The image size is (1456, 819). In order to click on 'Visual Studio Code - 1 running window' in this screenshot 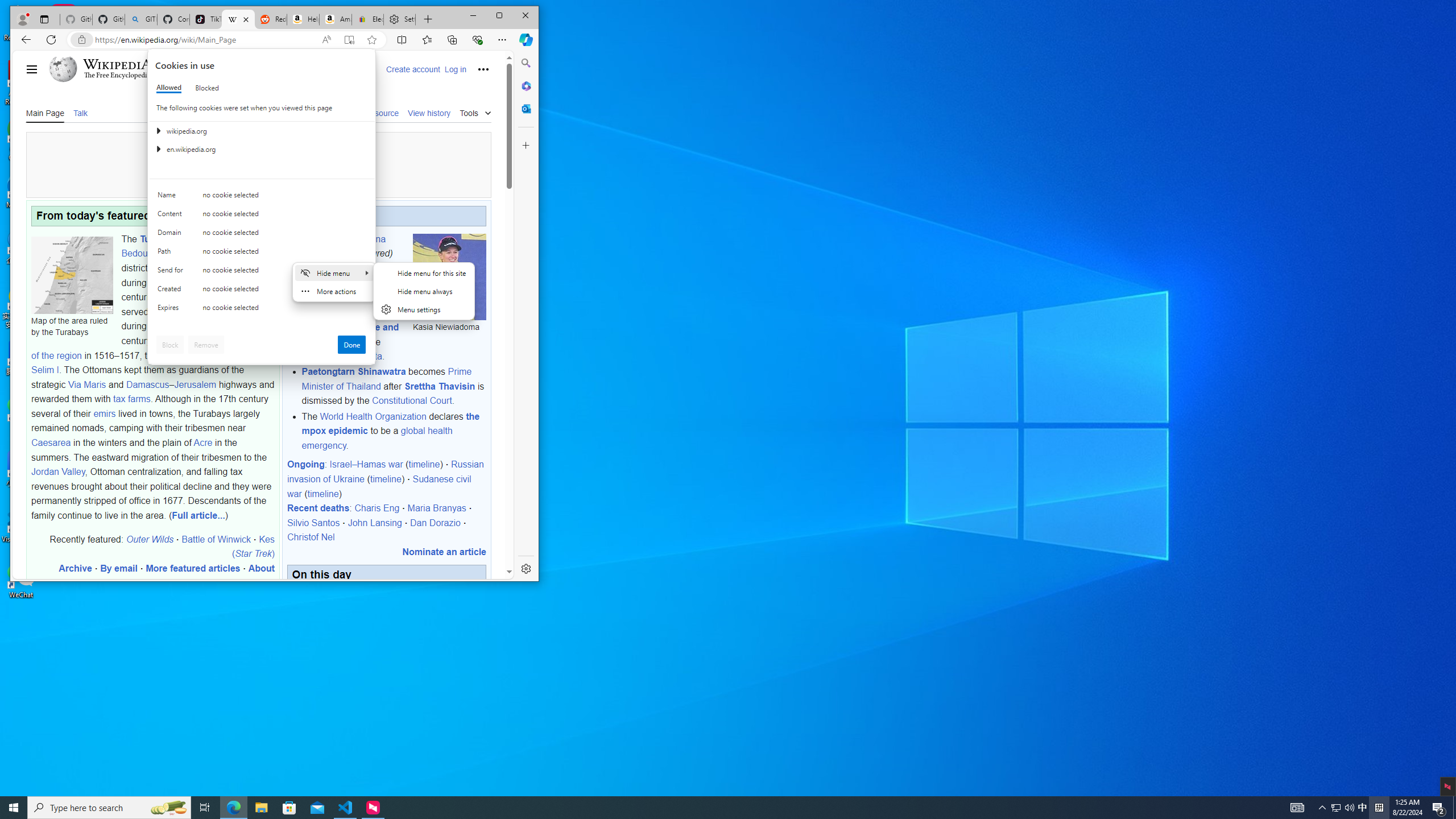, I will do `click(345, 806)`.